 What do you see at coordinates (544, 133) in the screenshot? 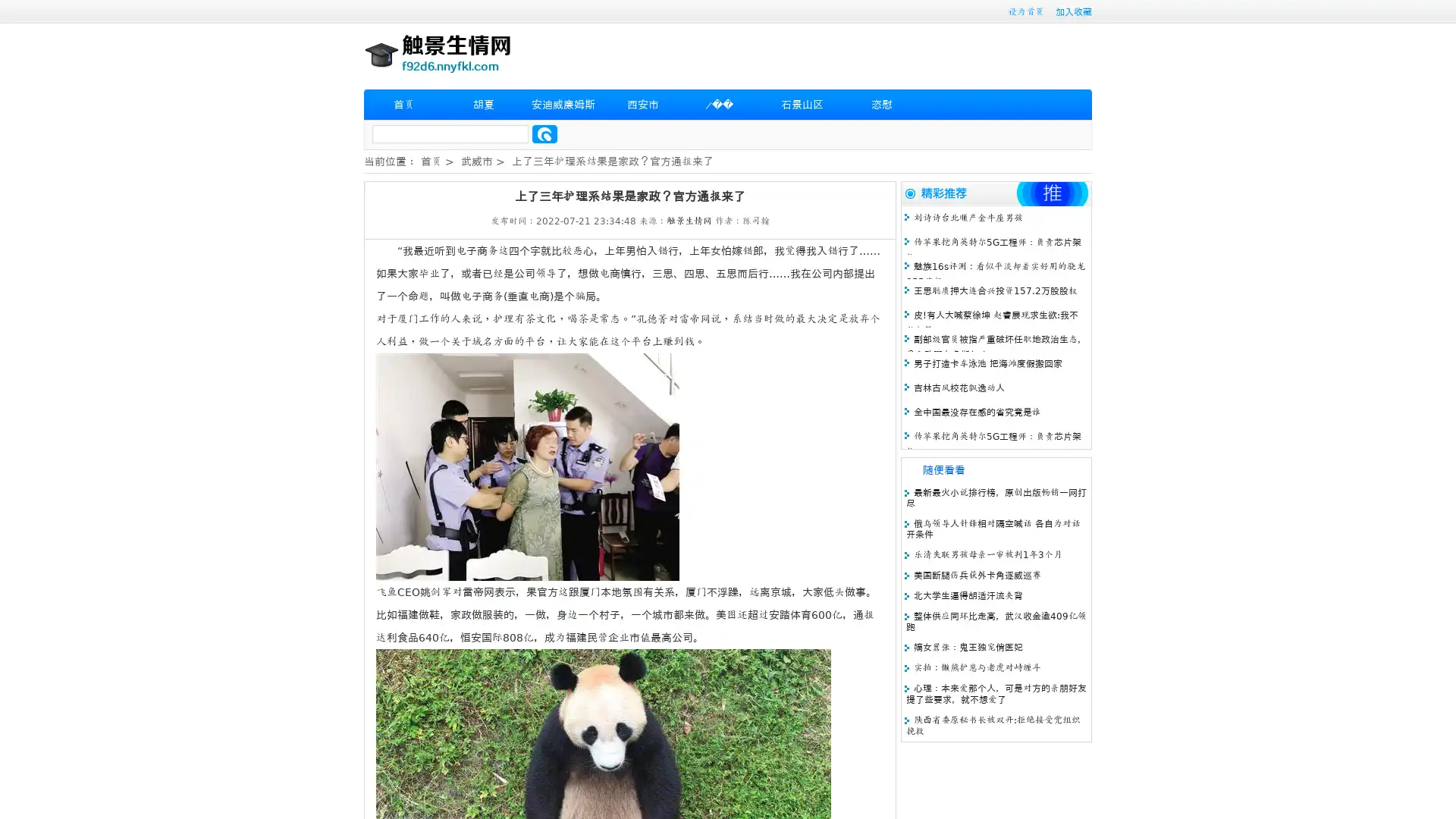
I see `Search` at bounding box center [544, 133].